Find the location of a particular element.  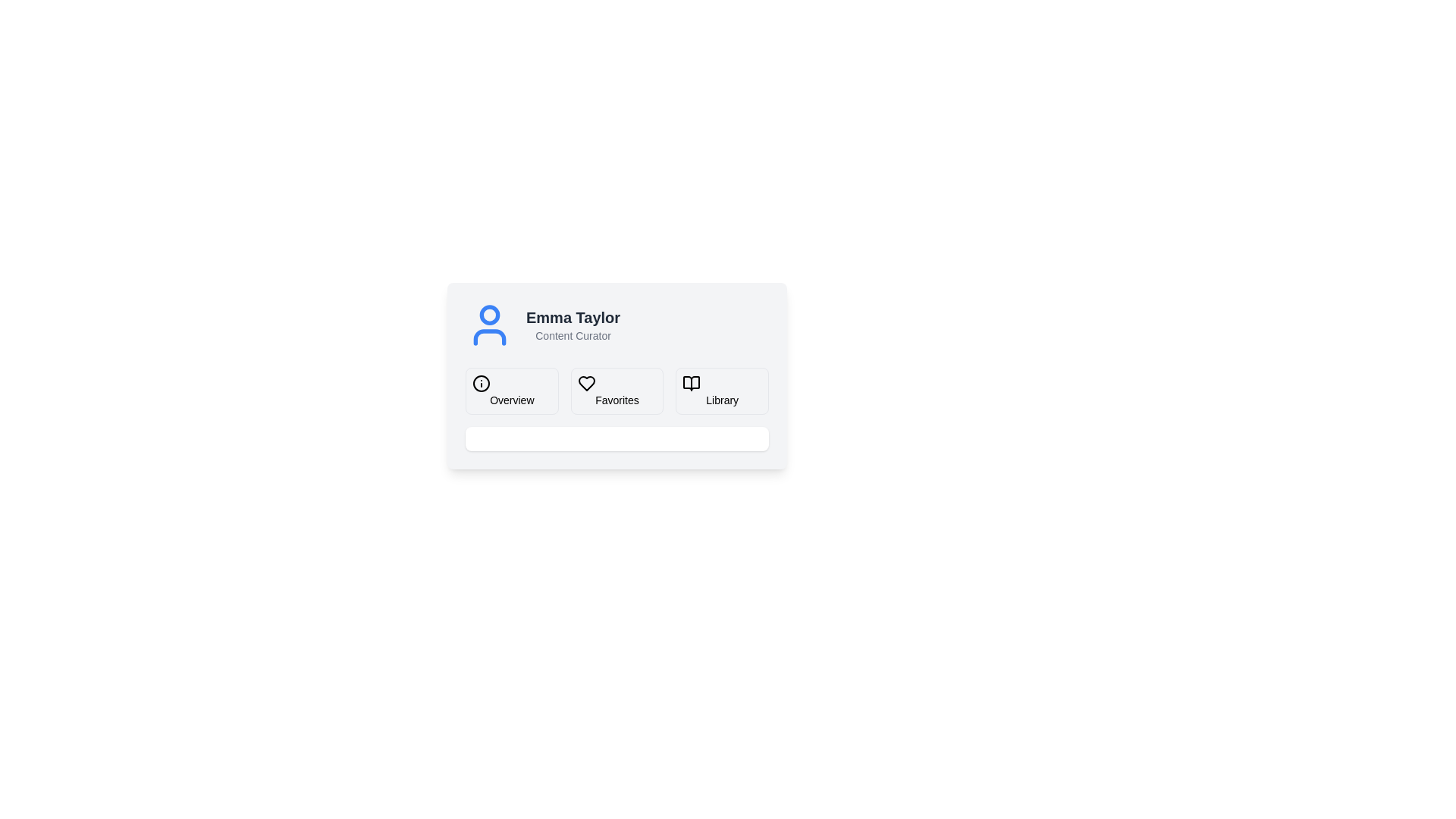

the 'Library' icon (SVG) located at the bottom right of the user information card is located at coordinates (691, 382).